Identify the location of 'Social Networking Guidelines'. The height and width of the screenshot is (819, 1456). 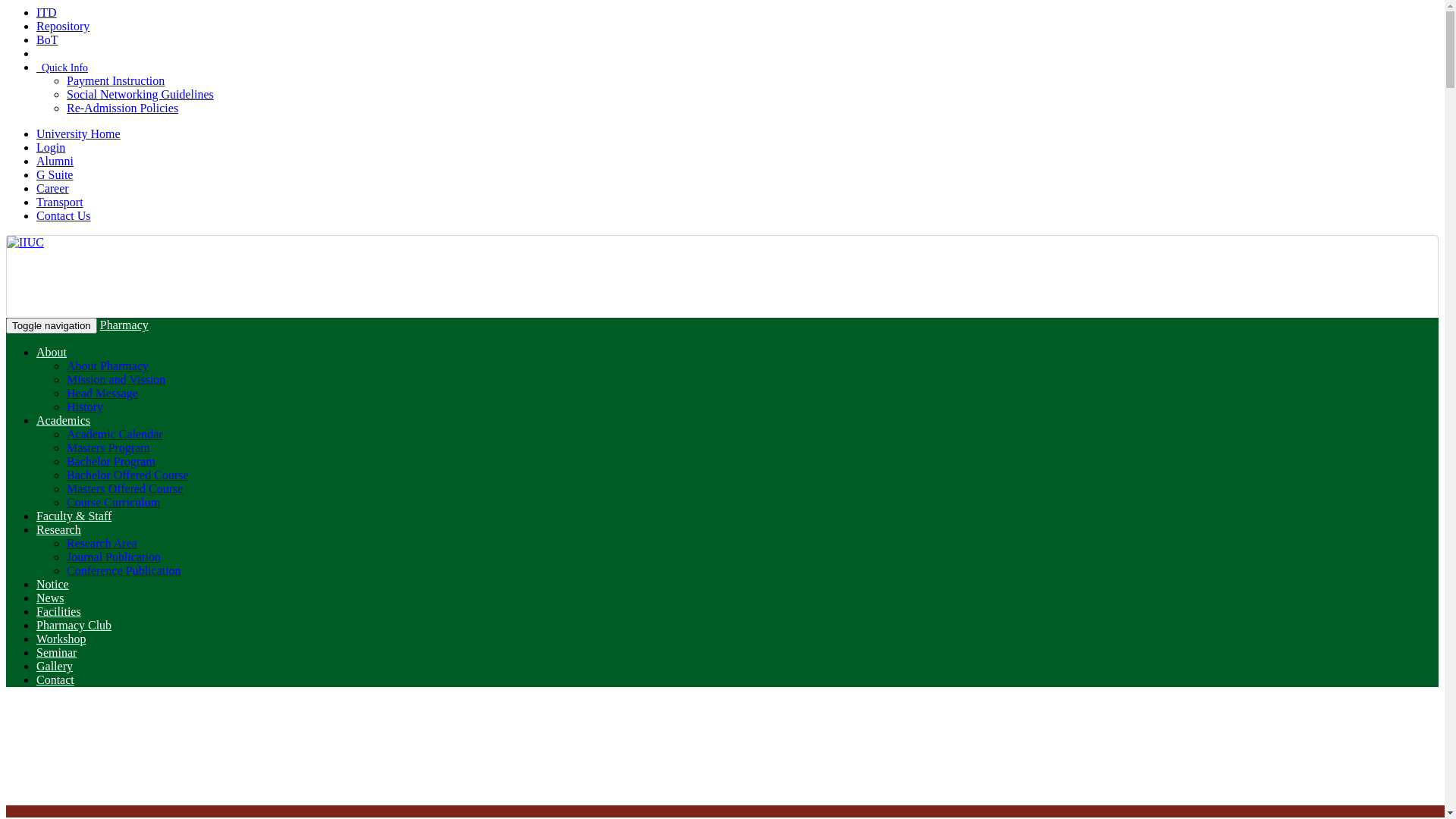
(65, 94).